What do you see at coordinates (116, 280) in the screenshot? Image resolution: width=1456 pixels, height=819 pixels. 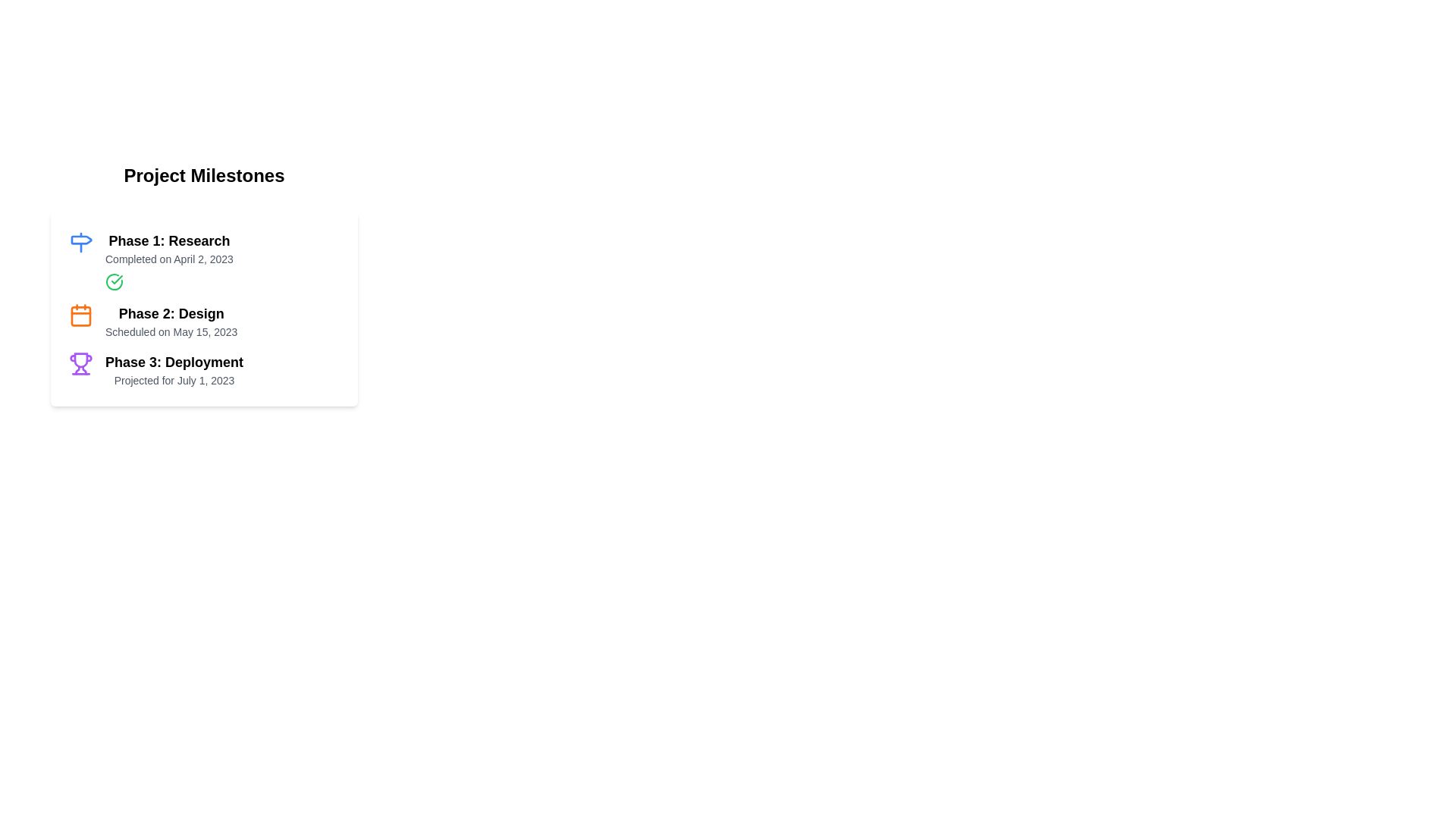 I see `the green checkmark icon indicating a completed task next to 'Phase 1: Research'` at bounding box center [116, 280].